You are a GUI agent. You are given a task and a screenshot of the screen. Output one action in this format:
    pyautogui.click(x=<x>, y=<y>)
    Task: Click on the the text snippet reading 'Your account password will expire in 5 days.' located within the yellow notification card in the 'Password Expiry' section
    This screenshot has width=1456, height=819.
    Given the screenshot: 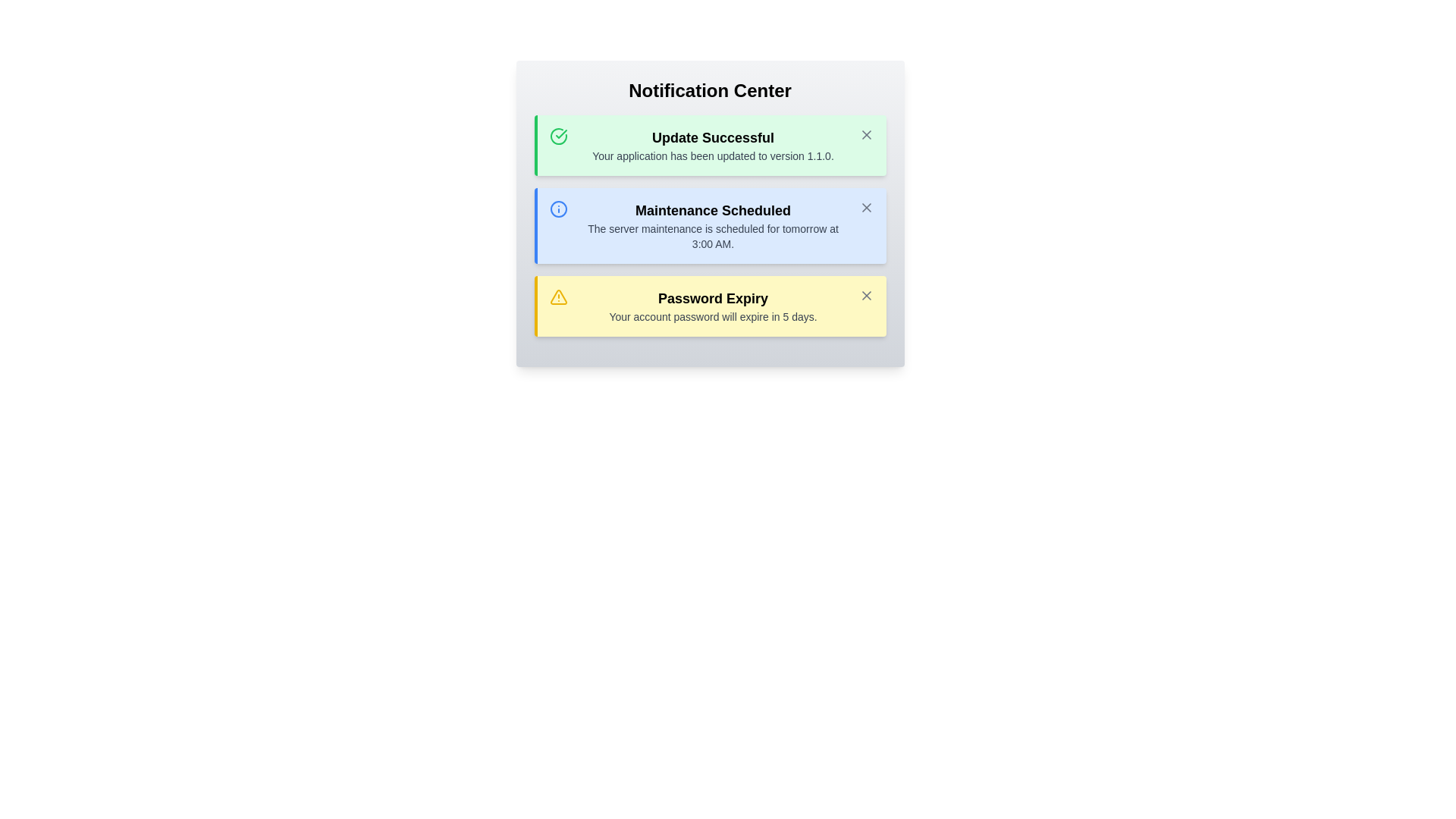 What is the action you would take?
    pyautogui.click(x=712, y=315)
    